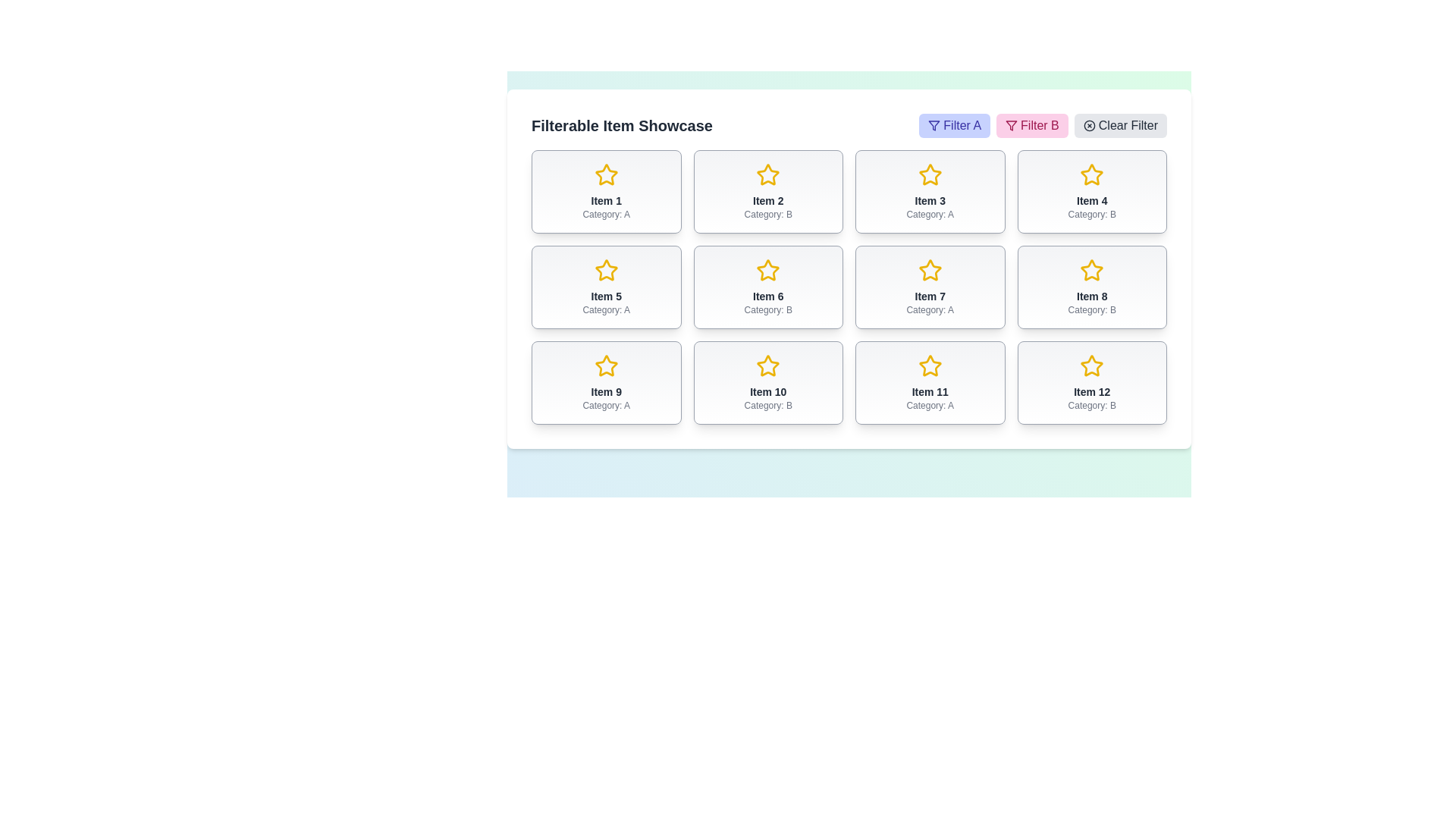 The image size is (1456, 819). What do you see at coordinates (605, 287) in the screenshot?
I see `the Card component that represents an item in the showcase, positioned as the first element in the second row` at bounding box center [605, 287].